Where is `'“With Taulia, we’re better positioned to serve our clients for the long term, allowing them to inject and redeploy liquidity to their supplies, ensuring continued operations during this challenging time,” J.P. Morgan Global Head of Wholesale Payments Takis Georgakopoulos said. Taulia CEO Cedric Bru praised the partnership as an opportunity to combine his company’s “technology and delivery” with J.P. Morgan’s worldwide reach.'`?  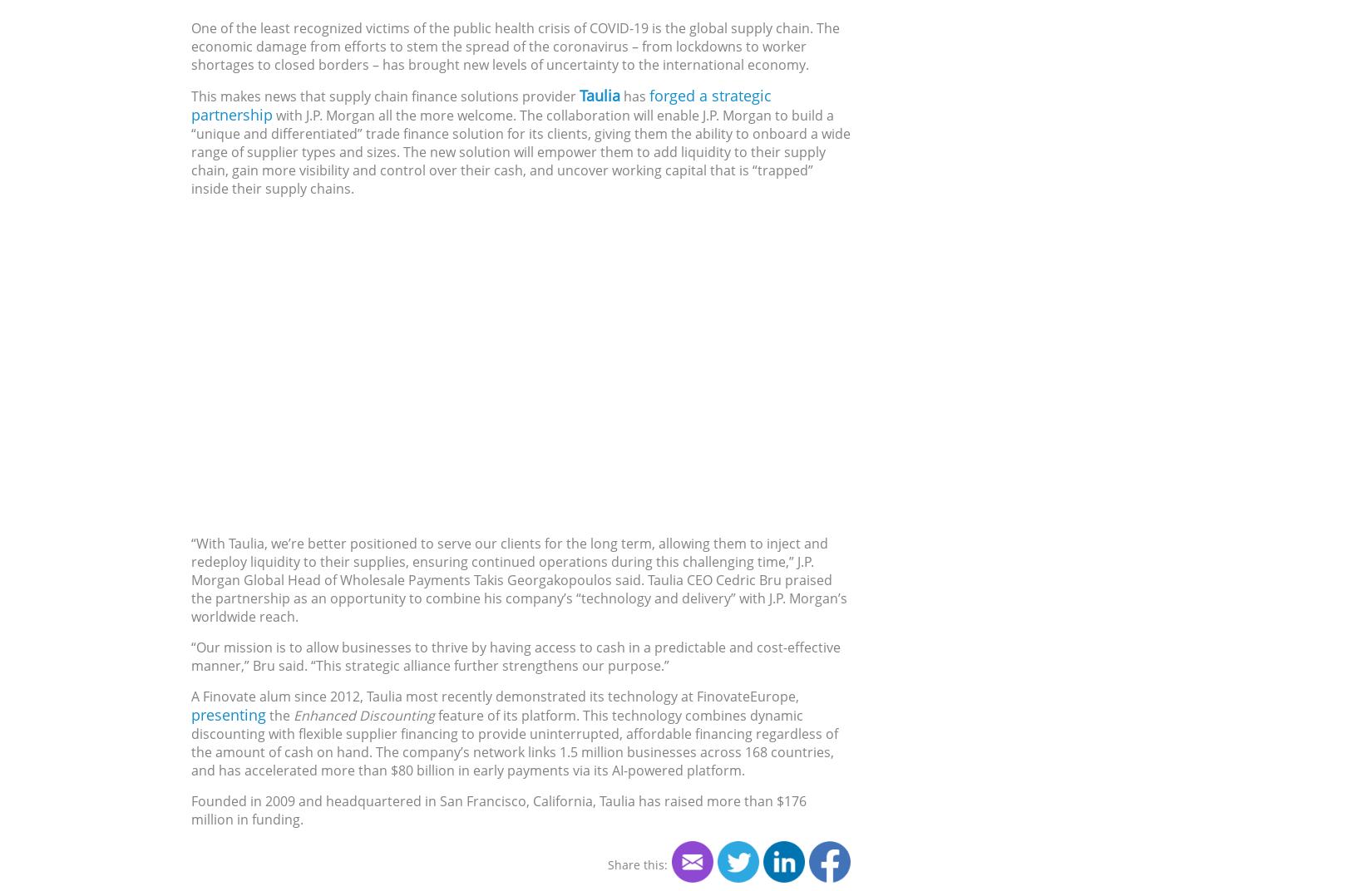
'“With Taulia, we’re better positioned to serve our clients for the long term, allowing them to inject and redeploy liquidity to their supplies, ensuring continued operations during this challenging time,” J.P. Morgan Global Head of Wholesale Payments Takis Georgakopoulos said. Taulia CEO Cedric Bru praised the partnership as an opportunity to combine his company’s “technology and delivery” with J.P. Morgan’s worldwide reach.' is located at coordinates (518, 578).